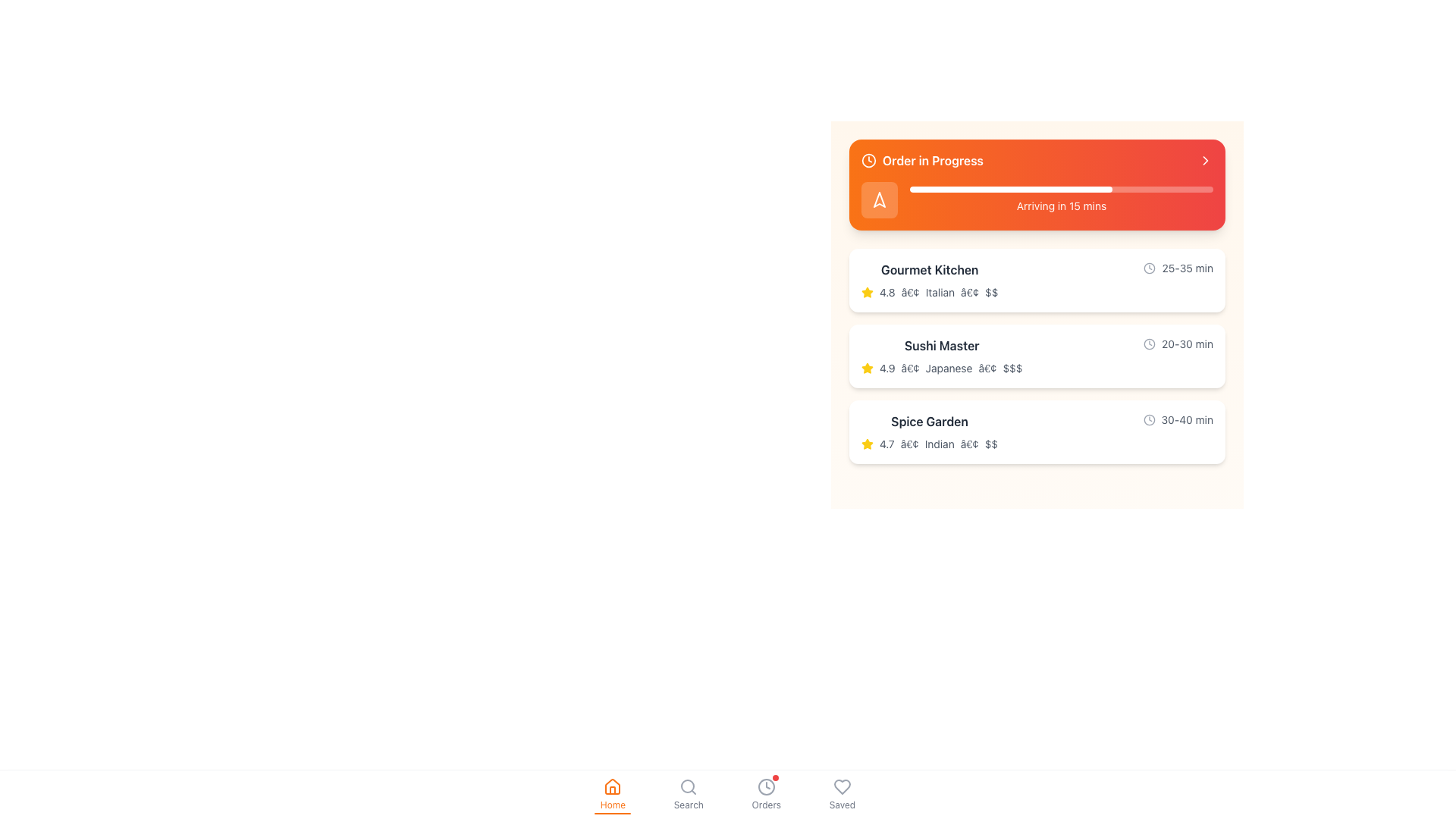 The height and width of the screenshot is (819, 1456). Describe the element at coordinates (1037, 432) in the screenshot. I see `the Information Card displaying the restaurant's details, which is the third card in a vertical list` at that location.